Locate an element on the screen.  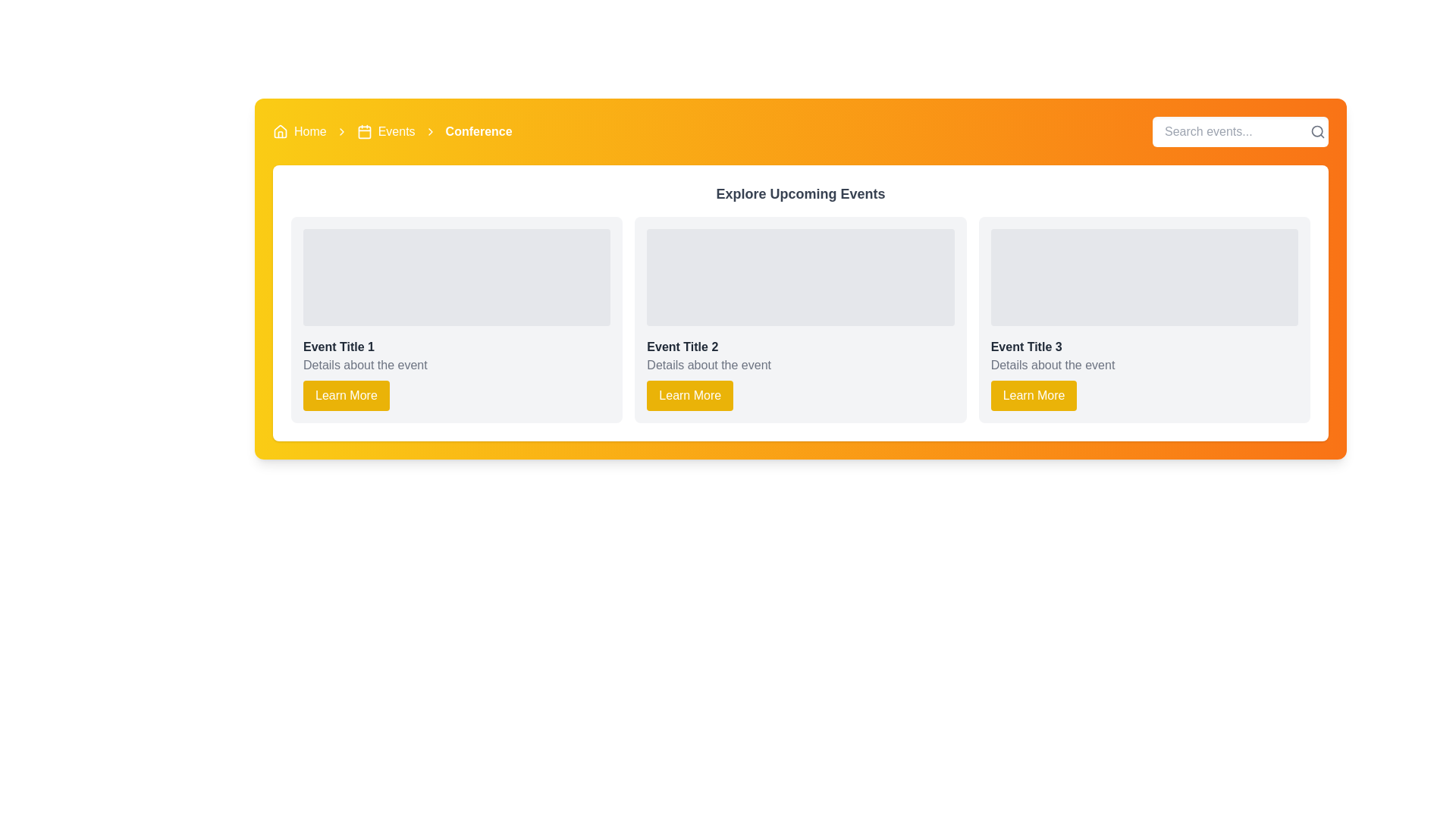
the search icon located to the right of the Search input field with placeholder text 'Search events...' in the top right corner of the header section is located at coordinates (1241, 130).